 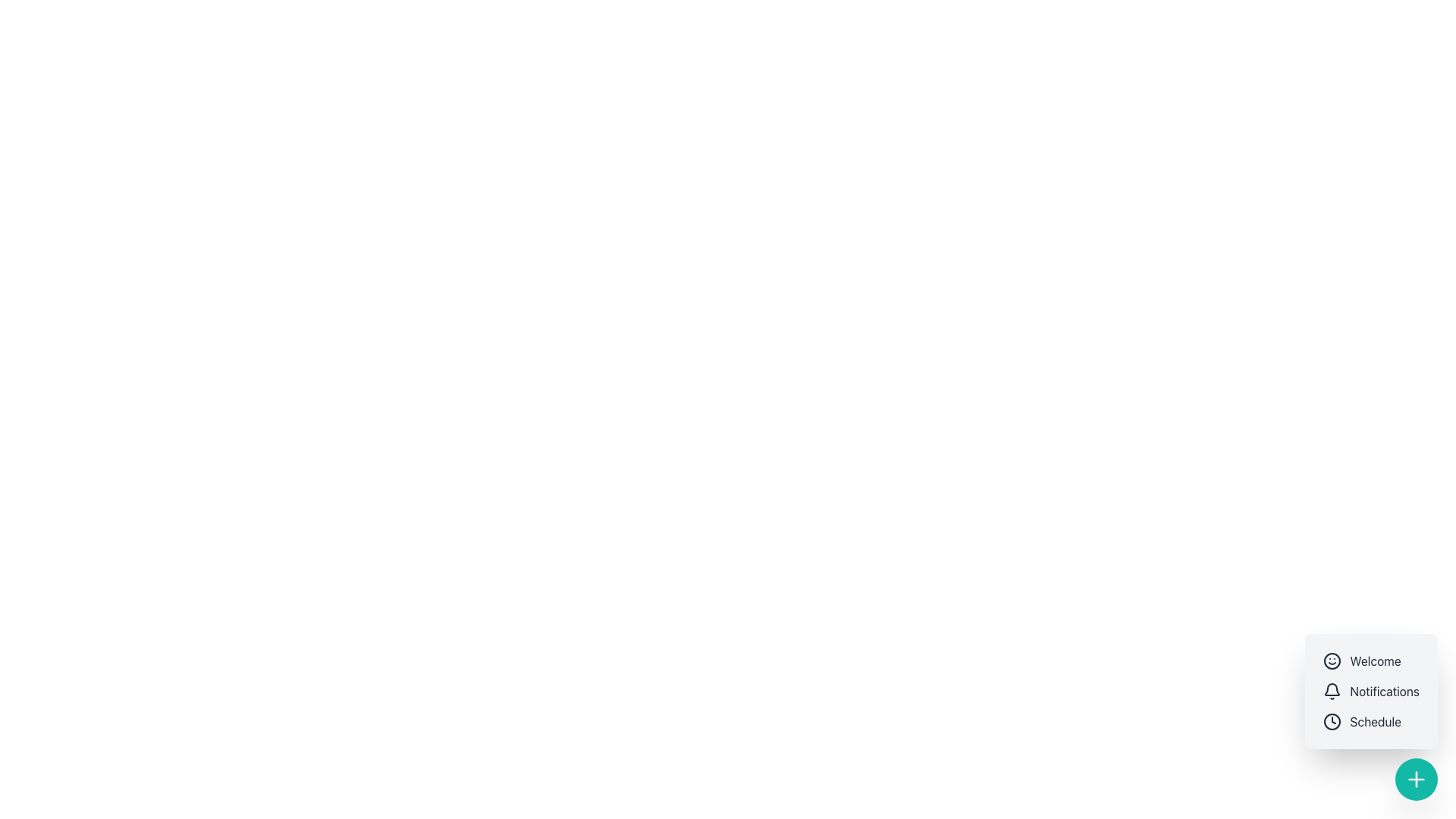 What do you see at coordinates (1362, 721) in the screenshot?
I see `the 'Schedule' button located at the bottom right of the interface, which features a clock icon and changes color on hover` at bounding box center [1362, 721].